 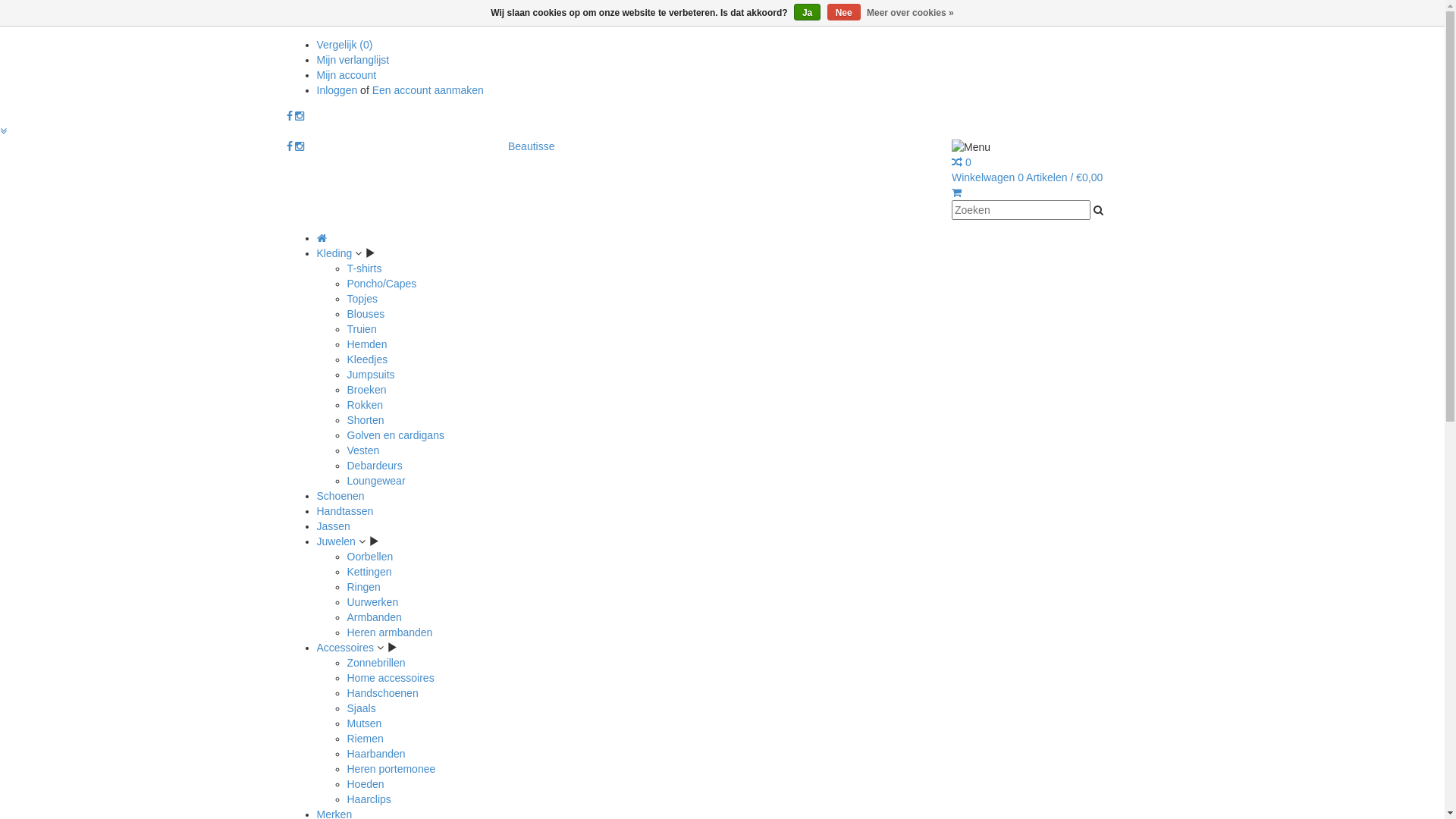 I want to click on 'Jumpsuits', so click(x=371, y=374).